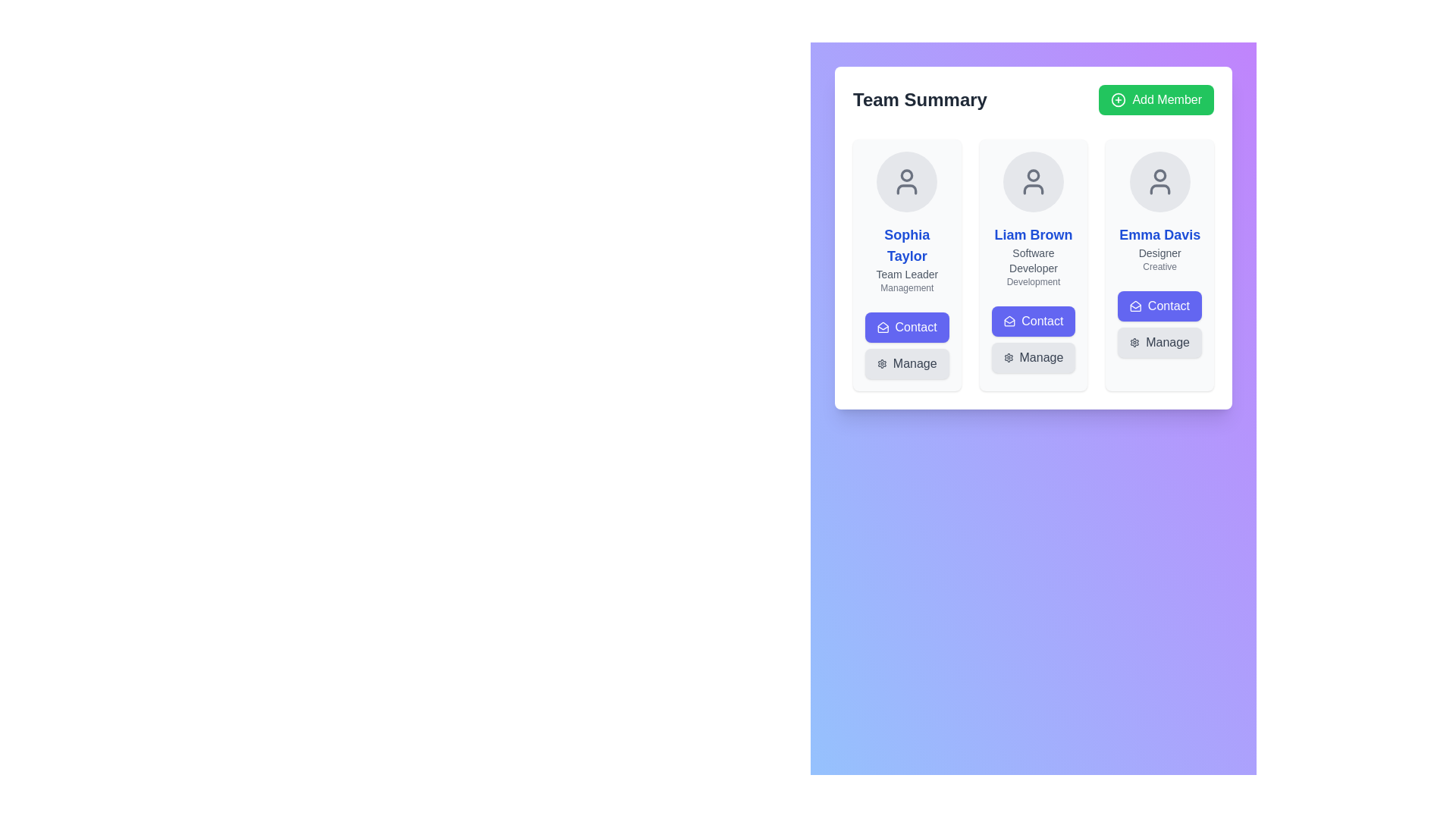 The height and width of the screenshot is (819, 1456). I want to click on the settings management button located directly below the 'Contact' button of the 'Emma Davis' profile card in the 'Team Summary' panel, so click(1159, 342).